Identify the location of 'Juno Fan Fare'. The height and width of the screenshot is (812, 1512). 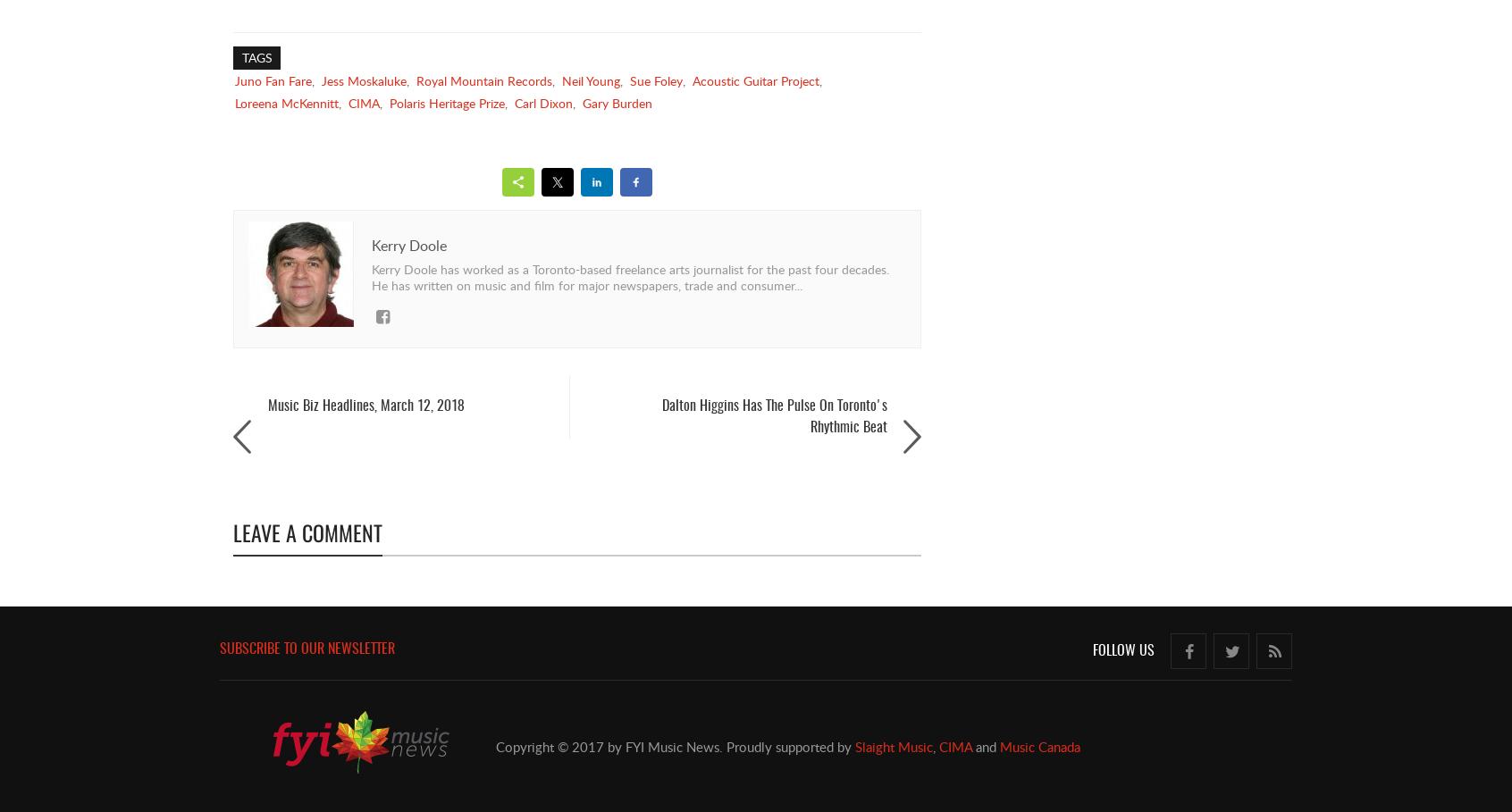
(273, 80).